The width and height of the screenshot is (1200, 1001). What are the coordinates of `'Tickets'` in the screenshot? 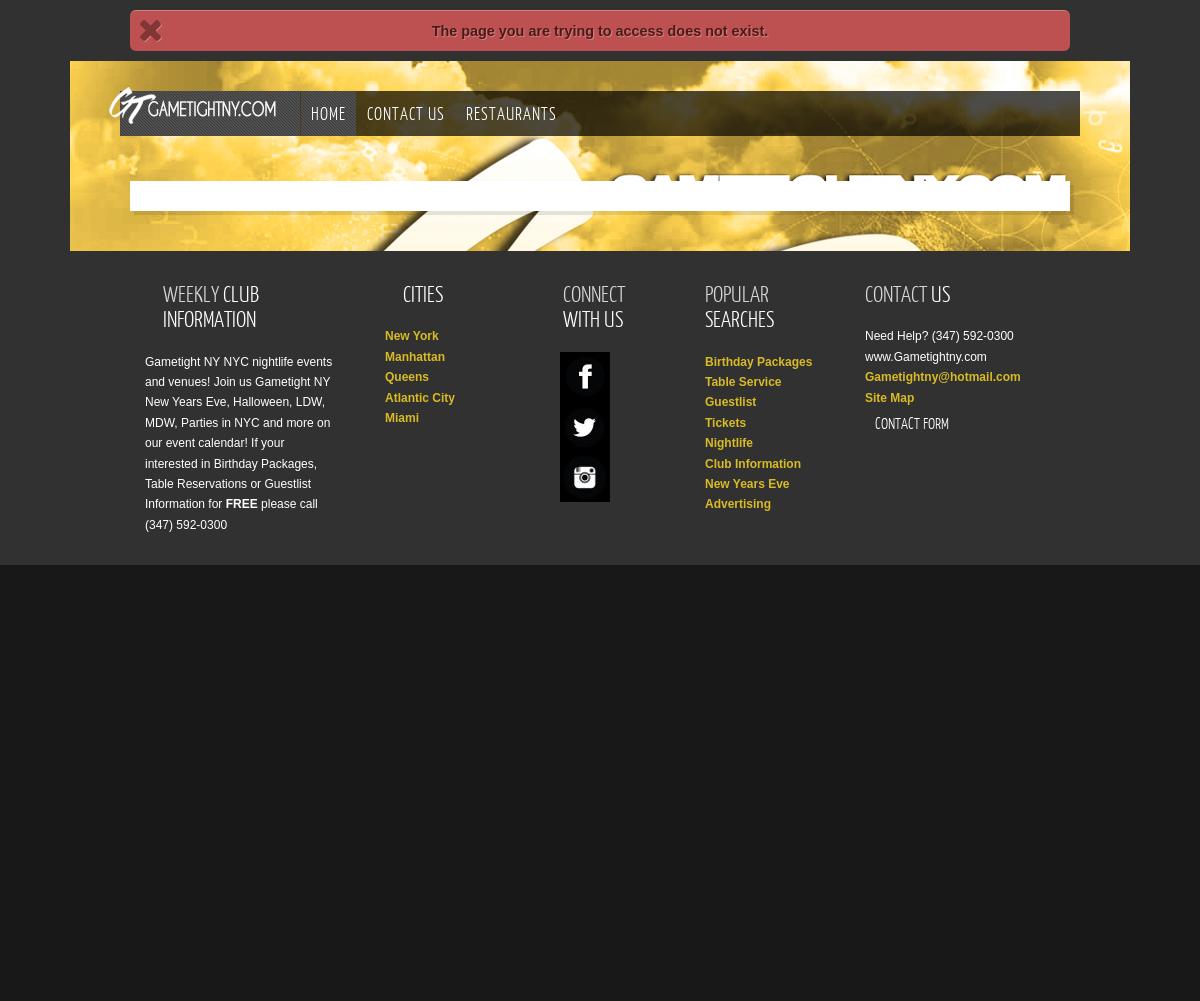 It's located at (705, 421).